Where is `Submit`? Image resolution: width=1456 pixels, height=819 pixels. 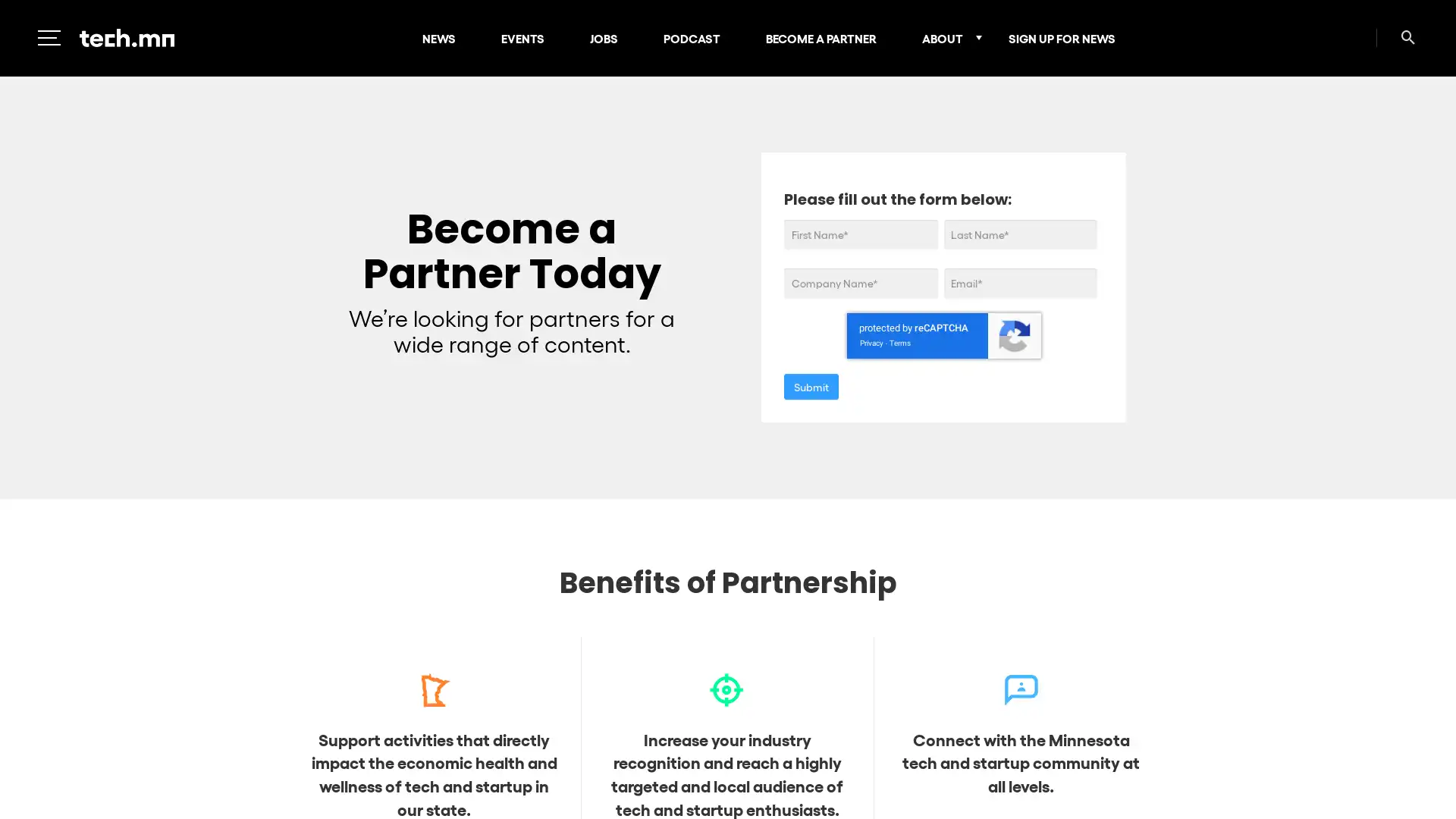
Submit is located at coordinates (811, 385).